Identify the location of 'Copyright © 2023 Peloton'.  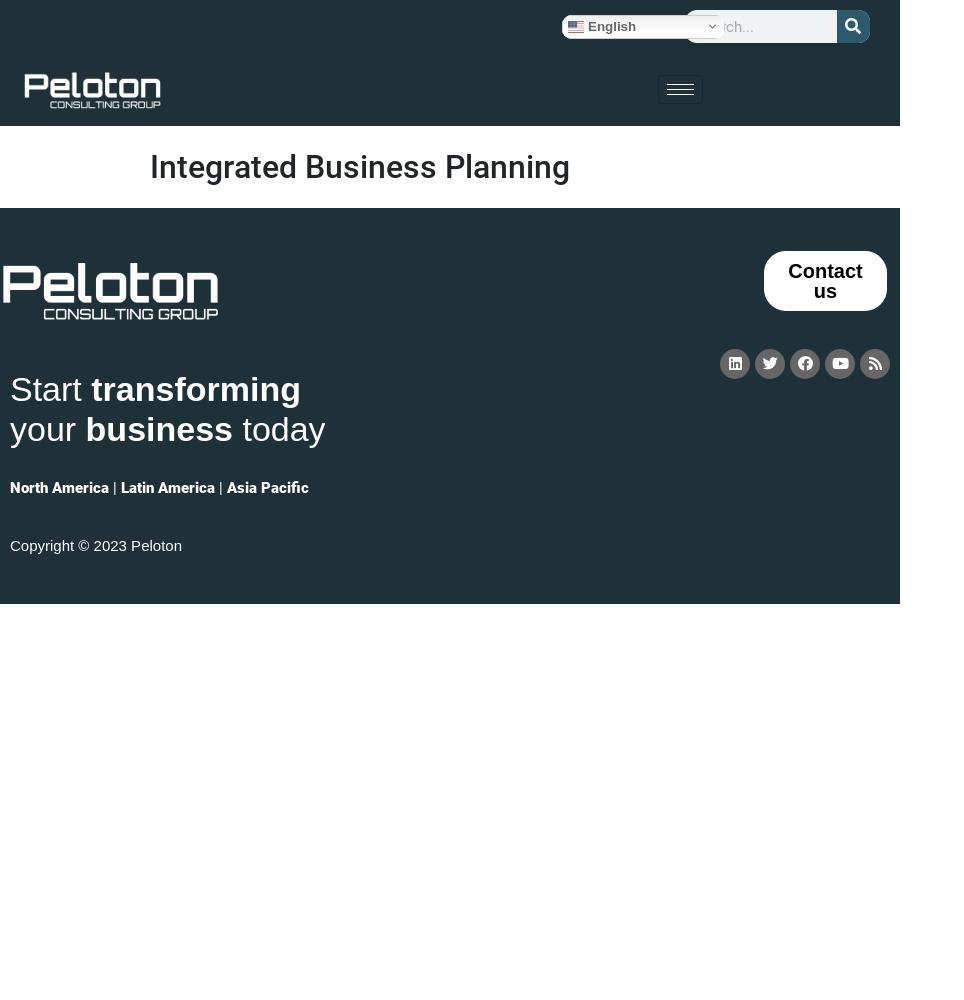
(95, 545).